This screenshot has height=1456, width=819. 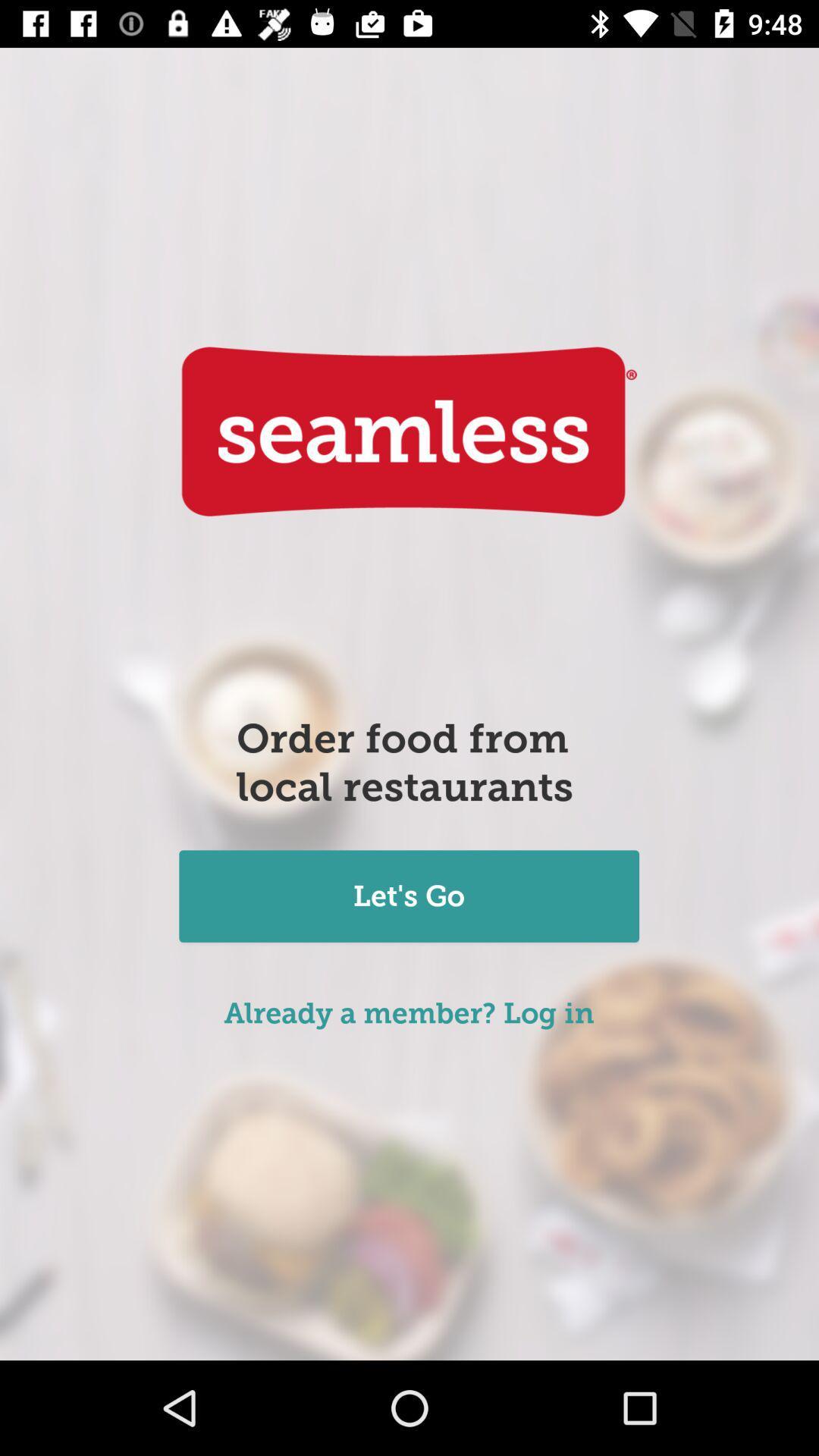 I want to click on the already a member item, so click(x=408, y=1013).